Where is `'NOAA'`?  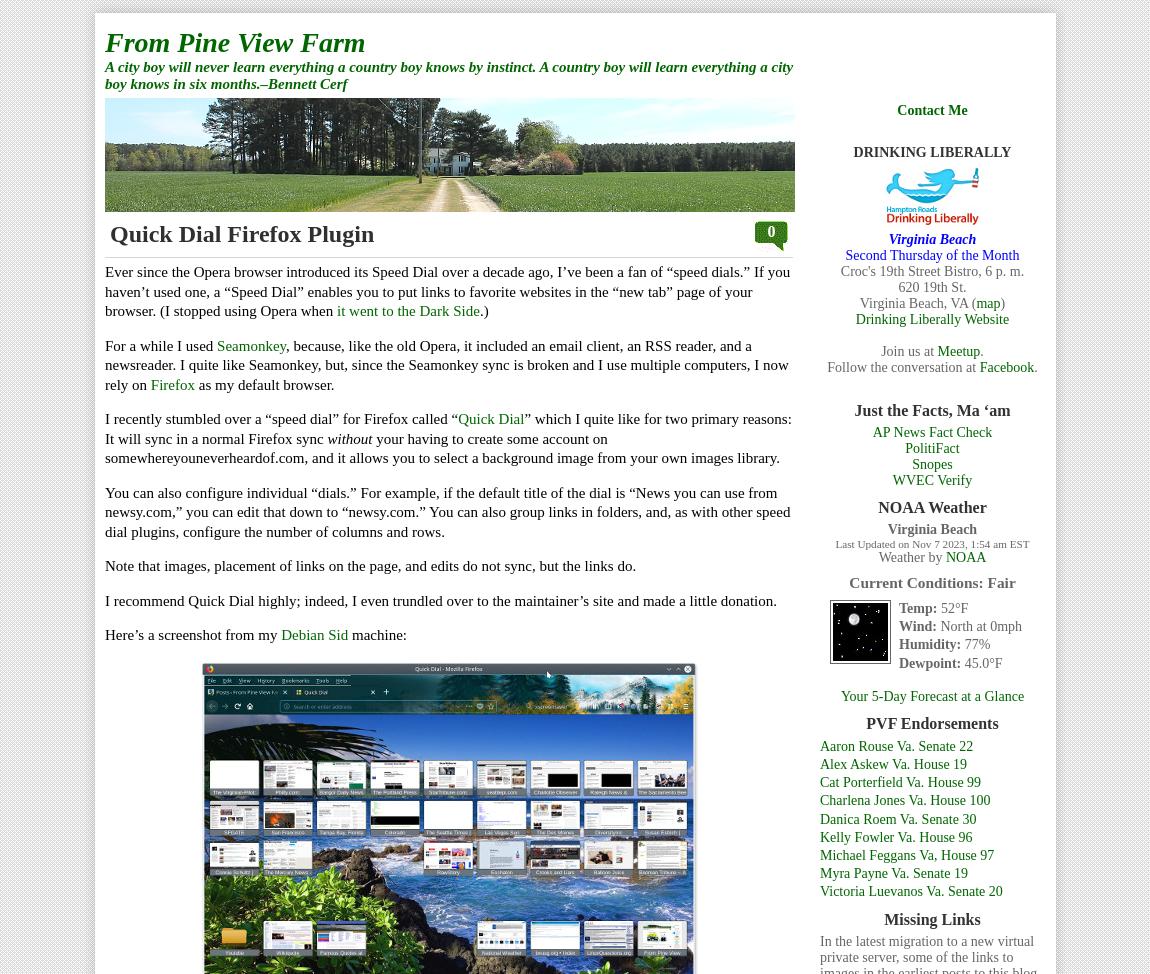
'NOAA' is located at coordinates (944, 557).